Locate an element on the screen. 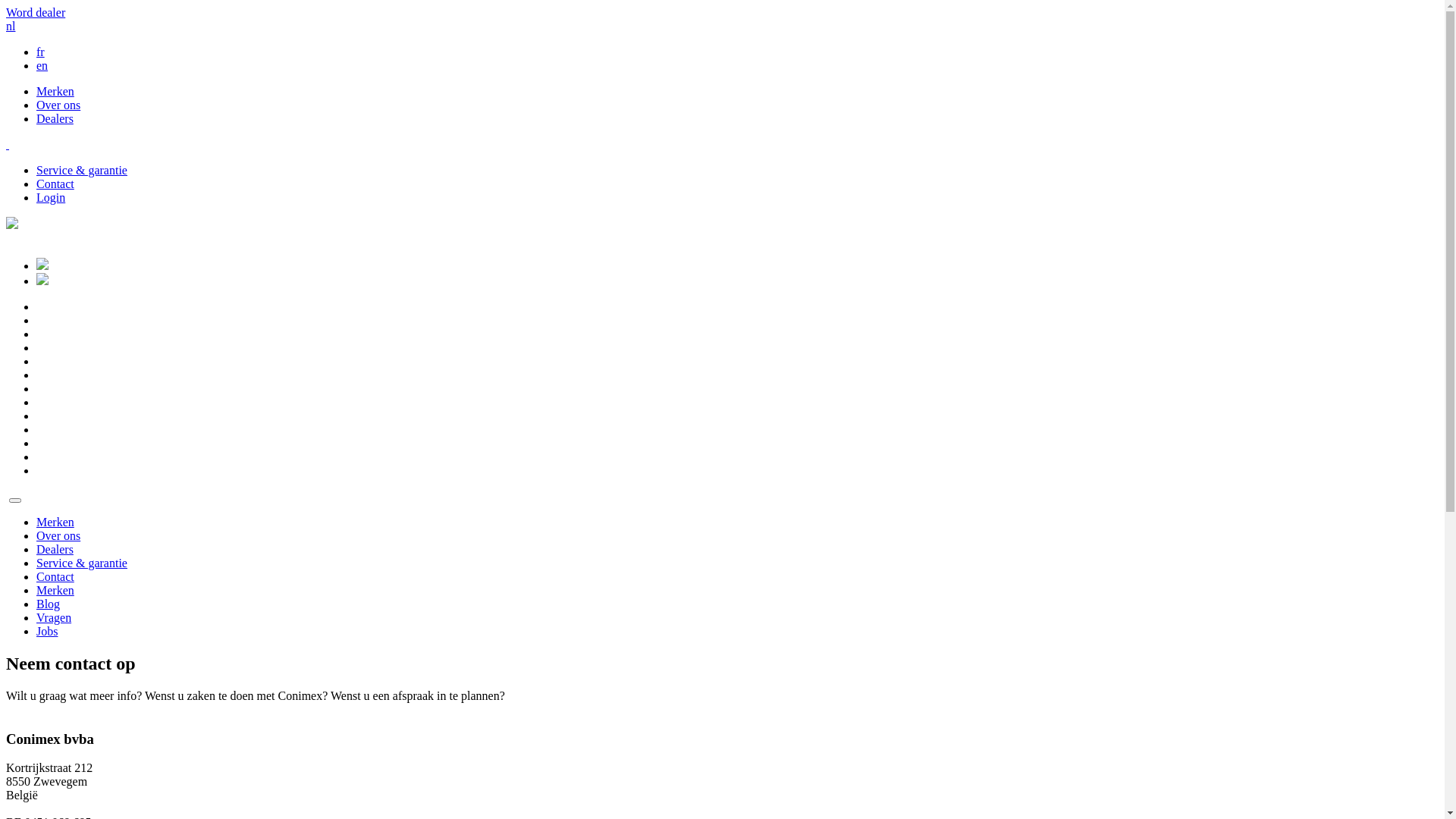 The width and height of the screenshot is (1456, 819). 'Dealers' is located at coordinates (36, 549).